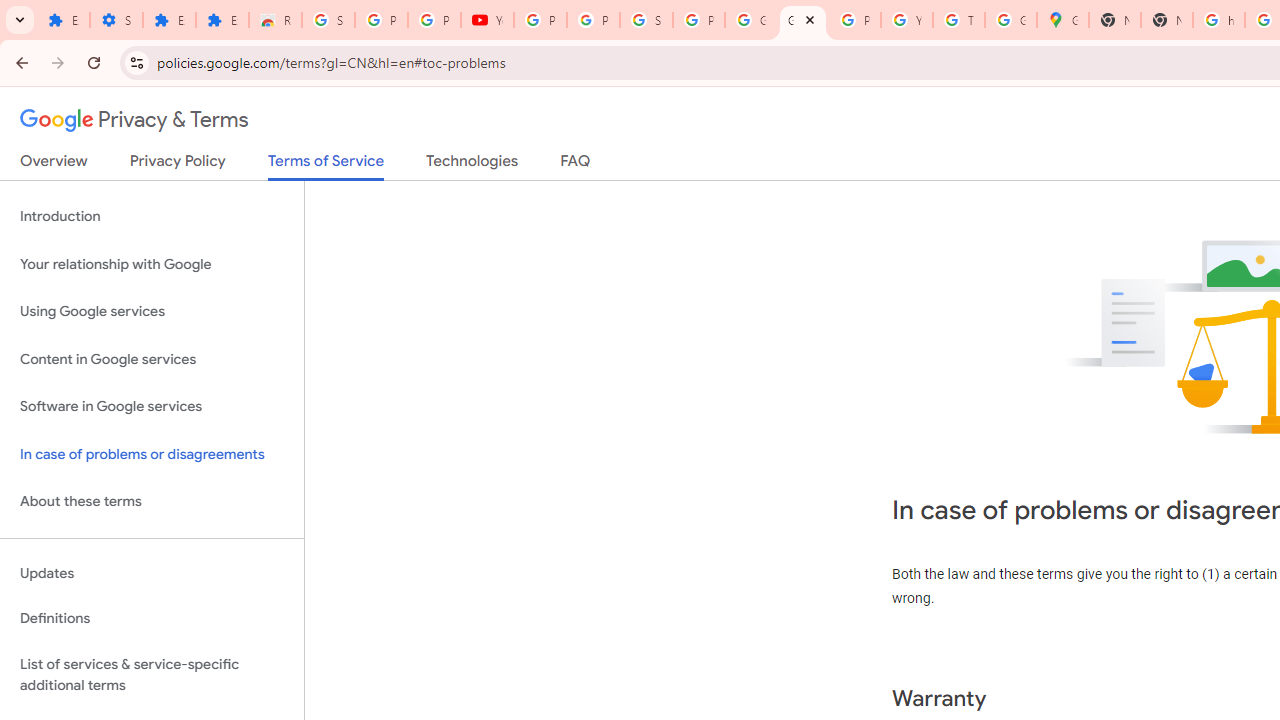 The height and width of the screenshot is (720, 1280). What do you see at coordinates (1062, 20) in the screenshot?
I see `'Google Maps'` at bounding box center [1062, 20].